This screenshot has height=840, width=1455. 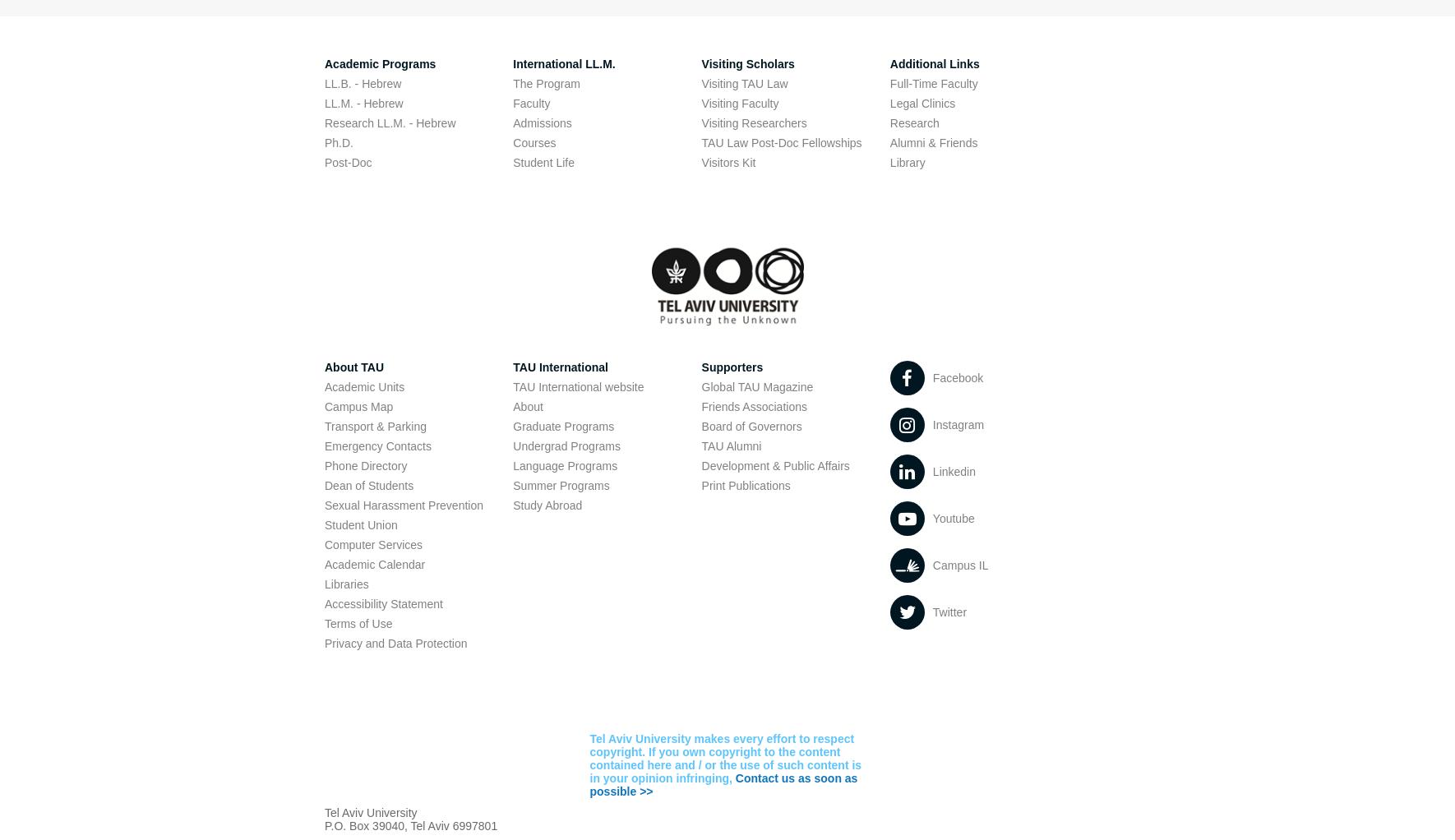 I want to click on 'Print Publications', so click(x=744, y=485).